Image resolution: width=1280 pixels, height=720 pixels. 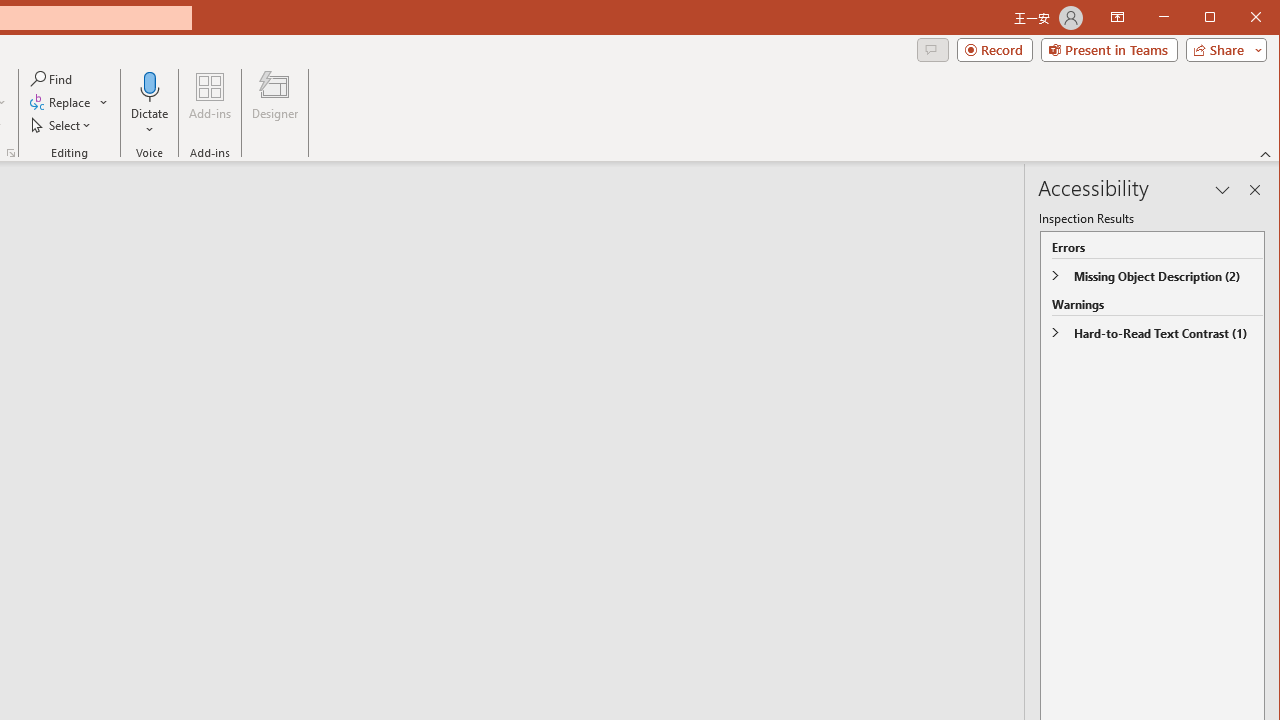 I want to click on 'Maximize', so click(x=1238, y=19).